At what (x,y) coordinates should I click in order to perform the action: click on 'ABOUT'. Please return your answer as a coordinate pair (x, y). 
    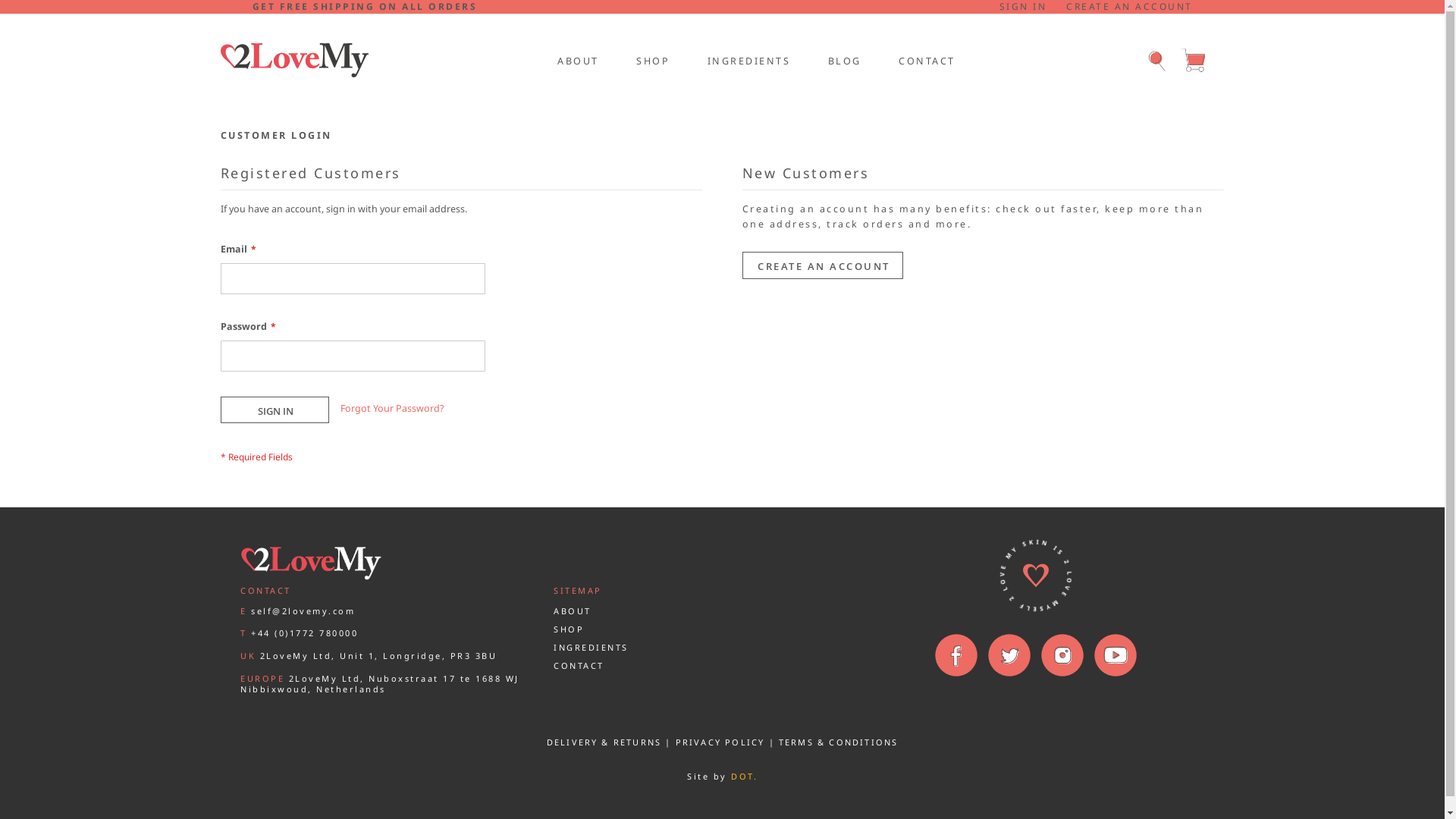
    Looking at the image, I should click on (576, 58).